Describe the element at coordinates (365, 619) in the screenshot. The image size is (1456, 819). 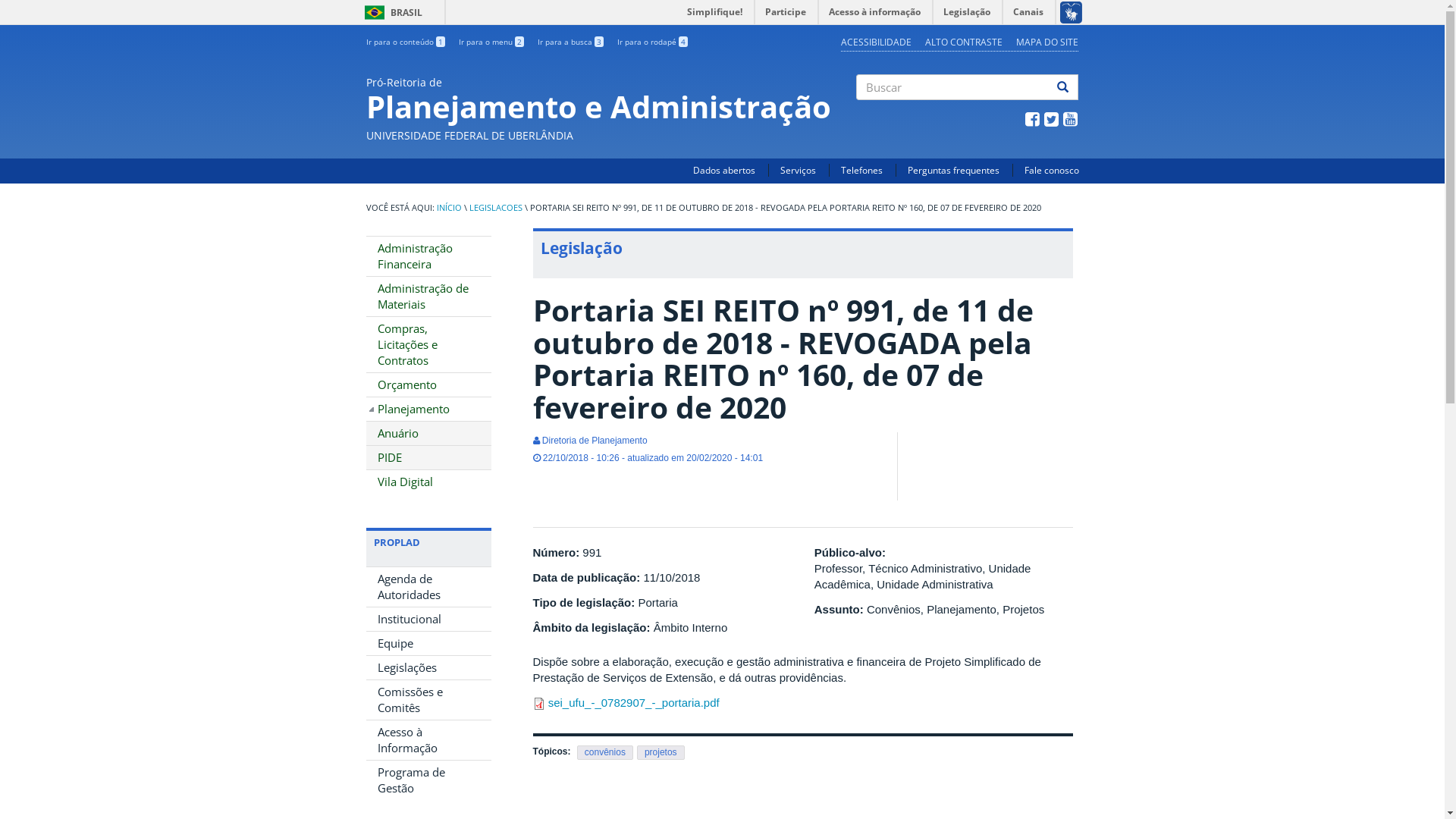
I see `'Institucional'` at that location.